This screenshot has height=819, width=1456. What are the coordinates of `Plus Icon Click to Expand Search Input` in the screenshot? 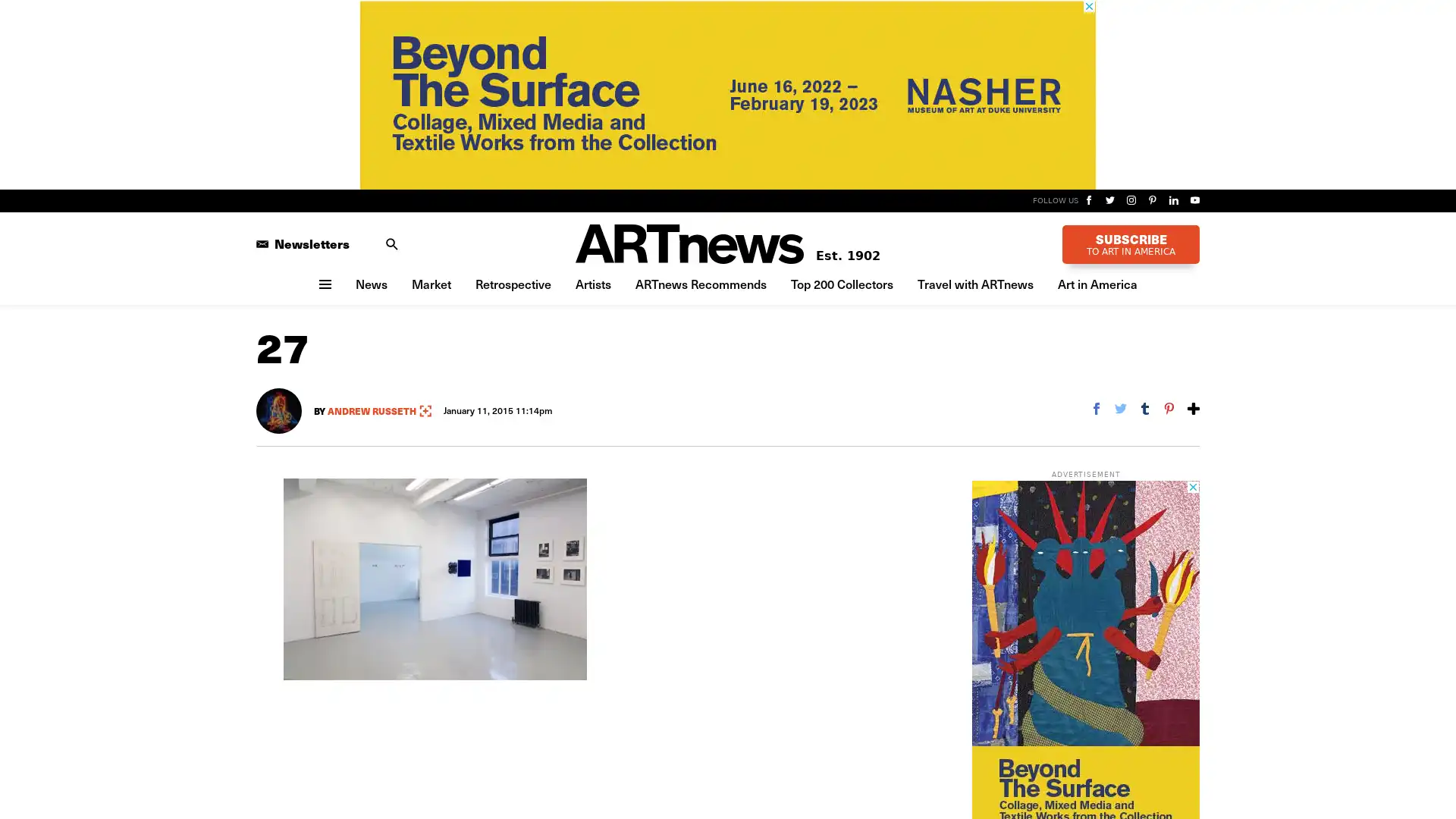 It's located at (392, 242).